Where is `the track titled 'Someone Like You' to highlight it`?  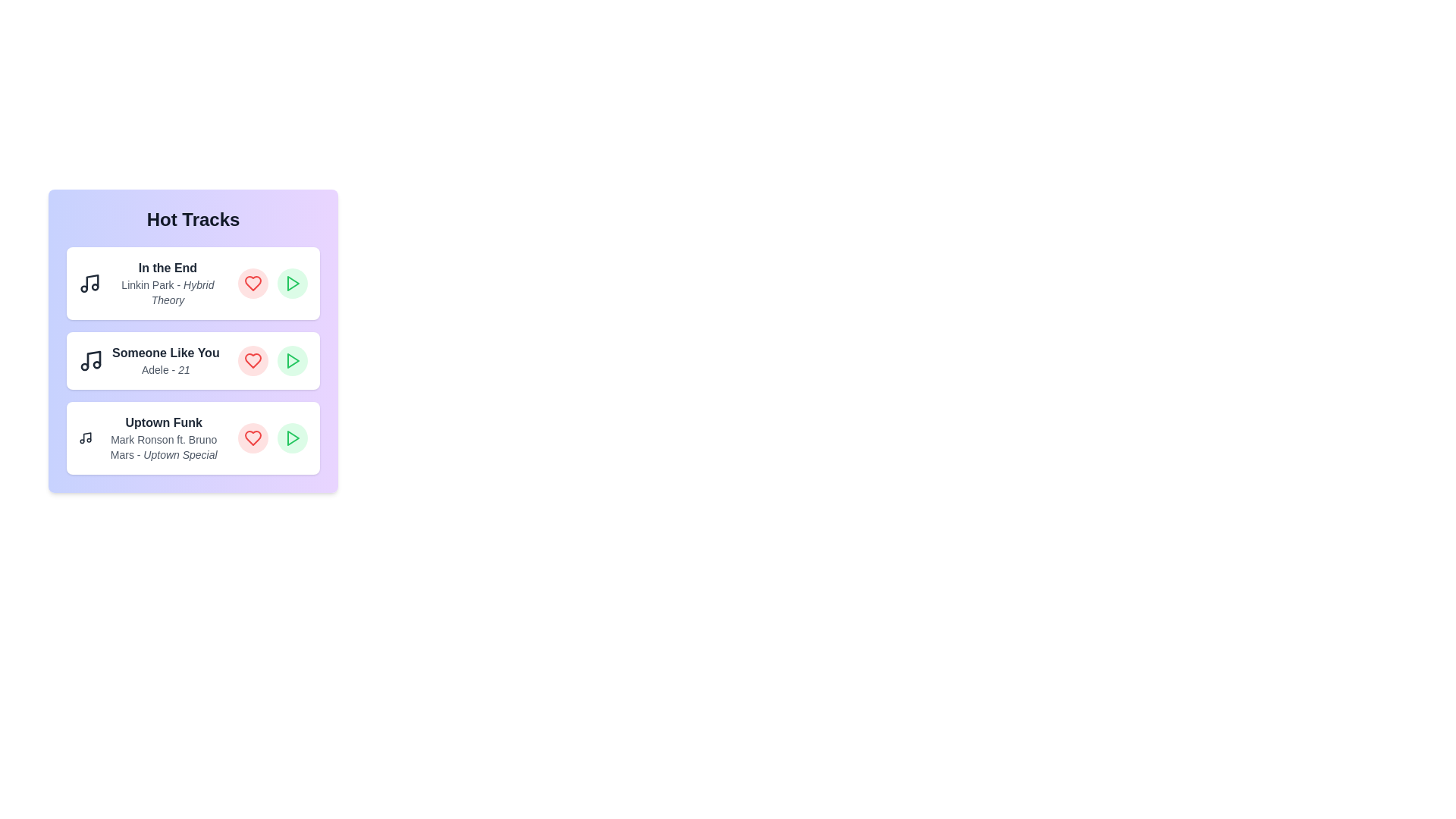
the track titled 'Someone Like You' to highlight it is located at coordinates (192, 360).